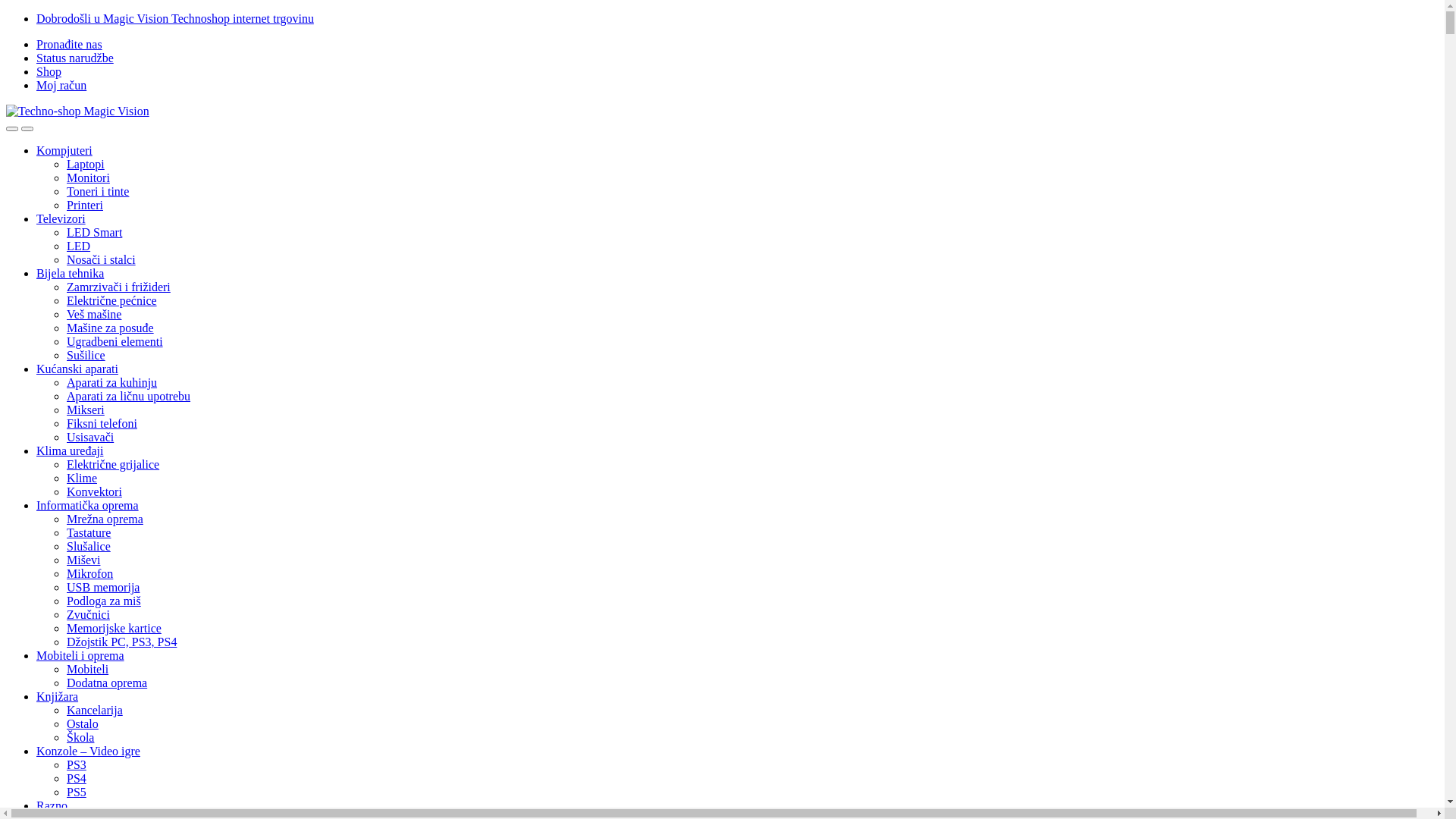 The width and height of the screenshot is (1456, 819). Describe the element at coordinates (36, 71) in the screenshot. I see `'Shop'` at that location.